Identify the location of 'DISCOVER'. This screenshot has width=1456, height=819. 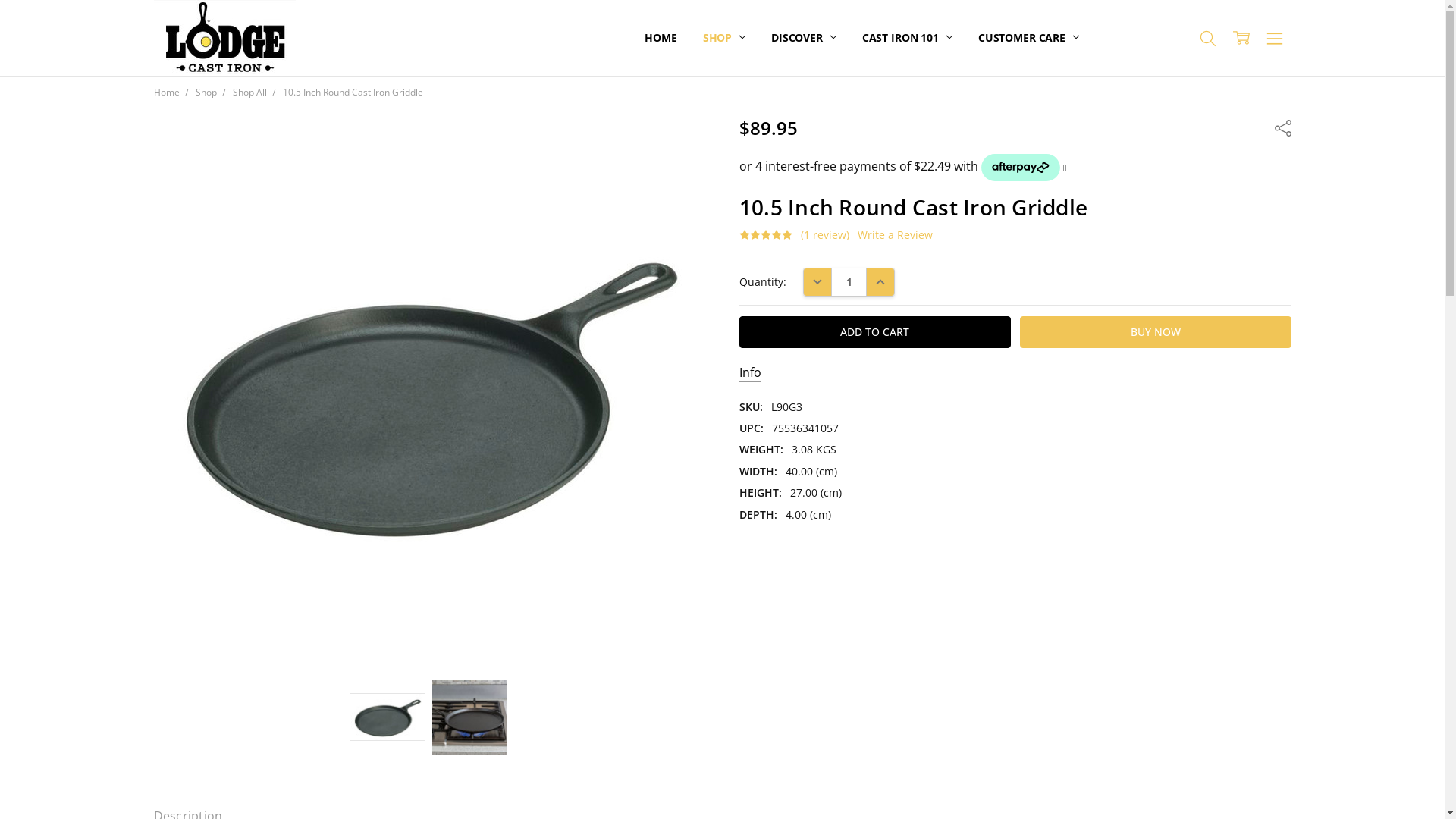
(803, 36).